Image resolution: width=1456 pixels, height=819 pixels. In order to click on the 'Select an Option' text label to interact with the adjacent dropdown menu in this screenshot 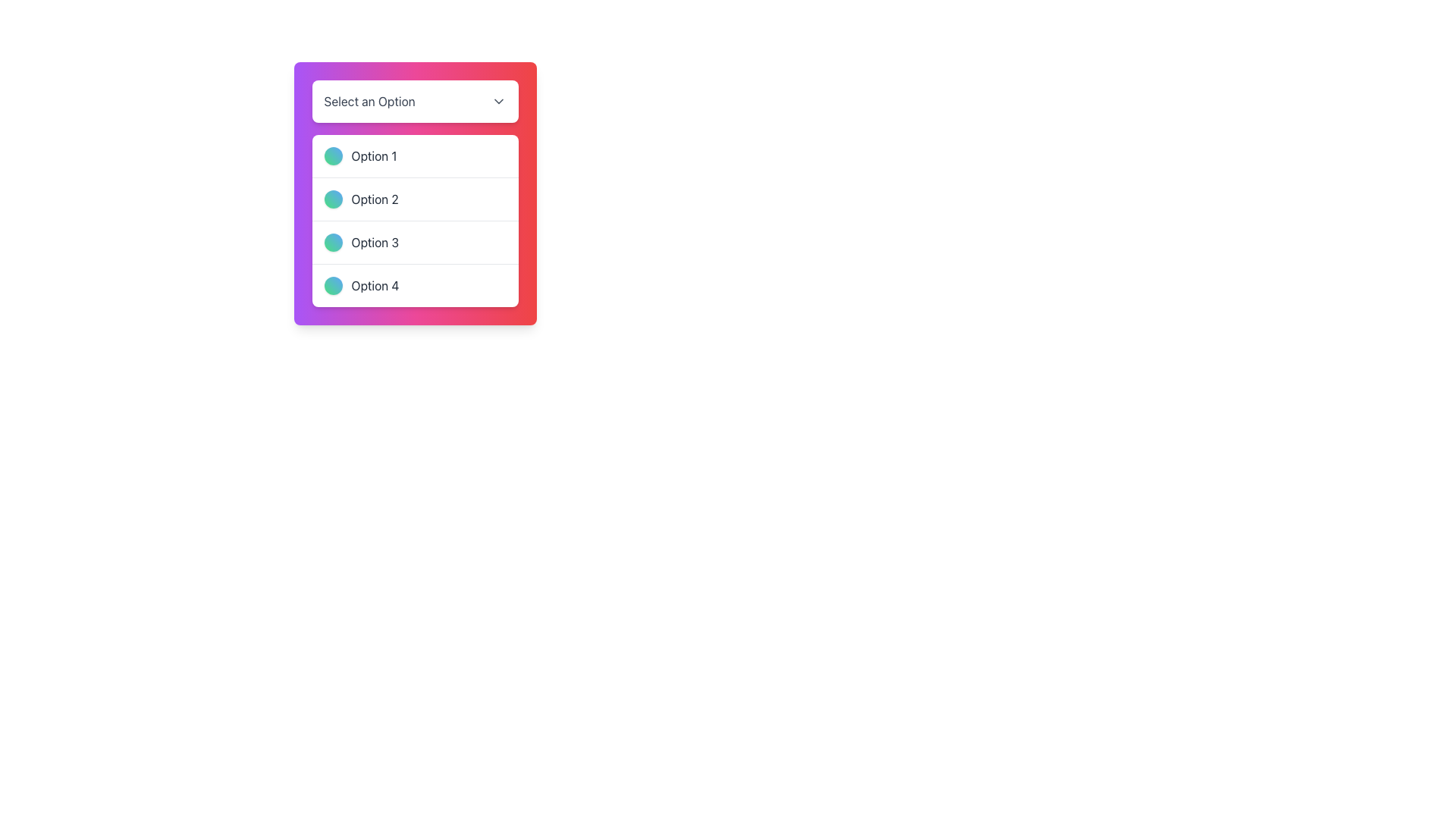, I will do `click(369, 102)`.